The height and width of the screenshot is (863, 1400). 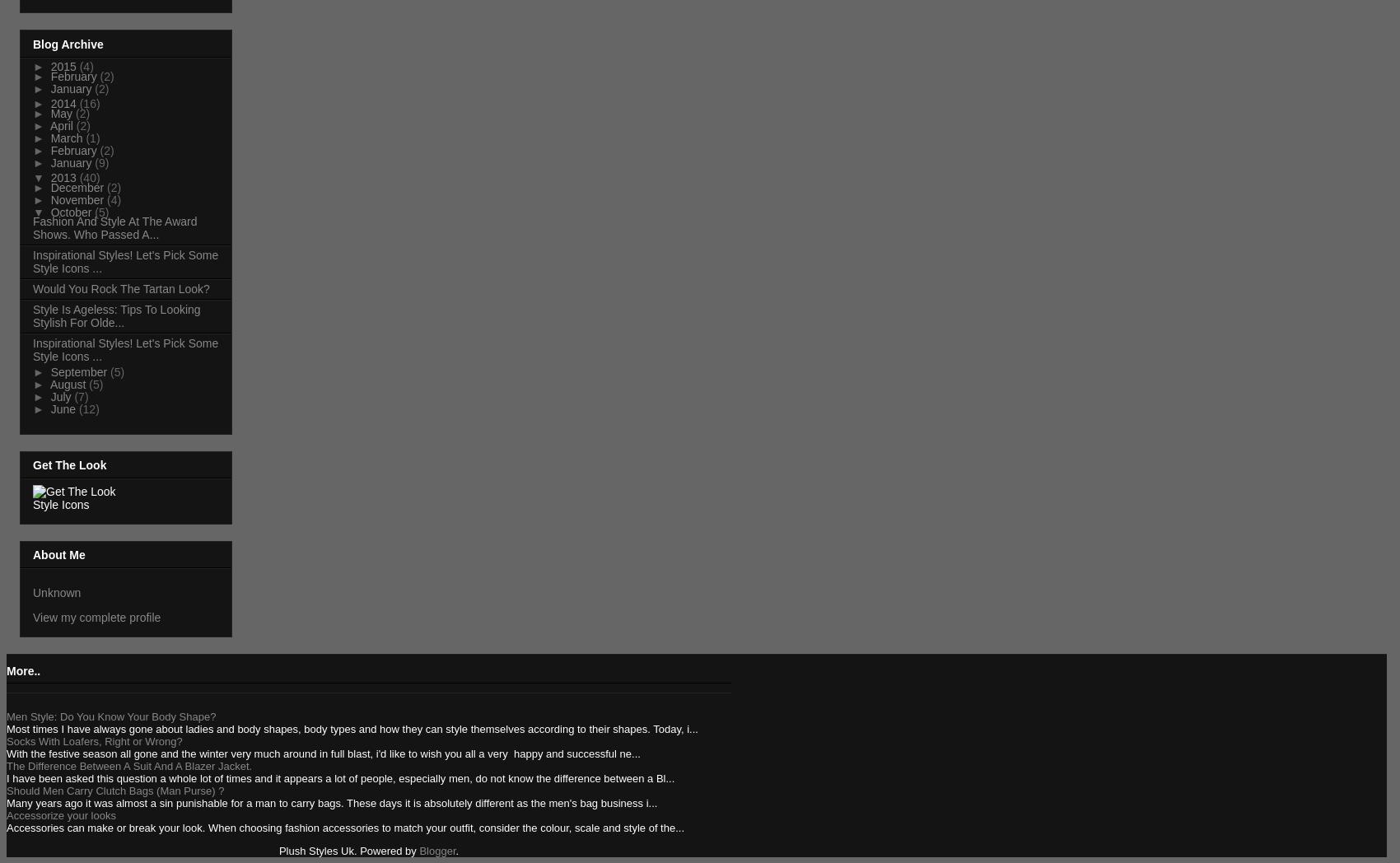 I want to click on 'With the festive season all gone and the winter very much around in full blast, i'd like to wish you all a very  happy and successful ne...', so click(x=6, y=753).